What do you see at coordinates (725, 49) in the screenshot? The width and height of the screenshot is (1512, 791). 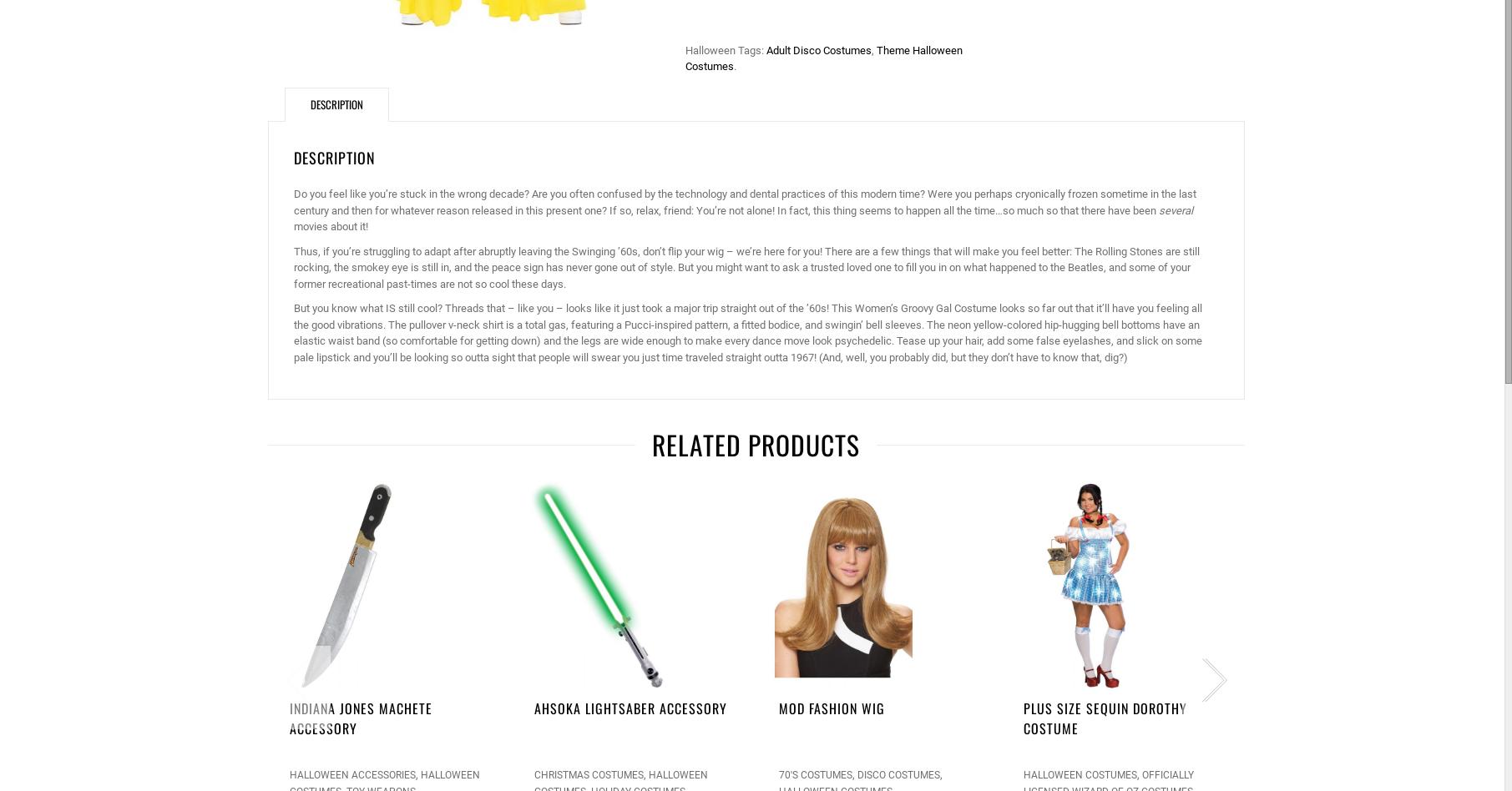 I see `'Halloween Tags:'` at bounding box center [725, 49].